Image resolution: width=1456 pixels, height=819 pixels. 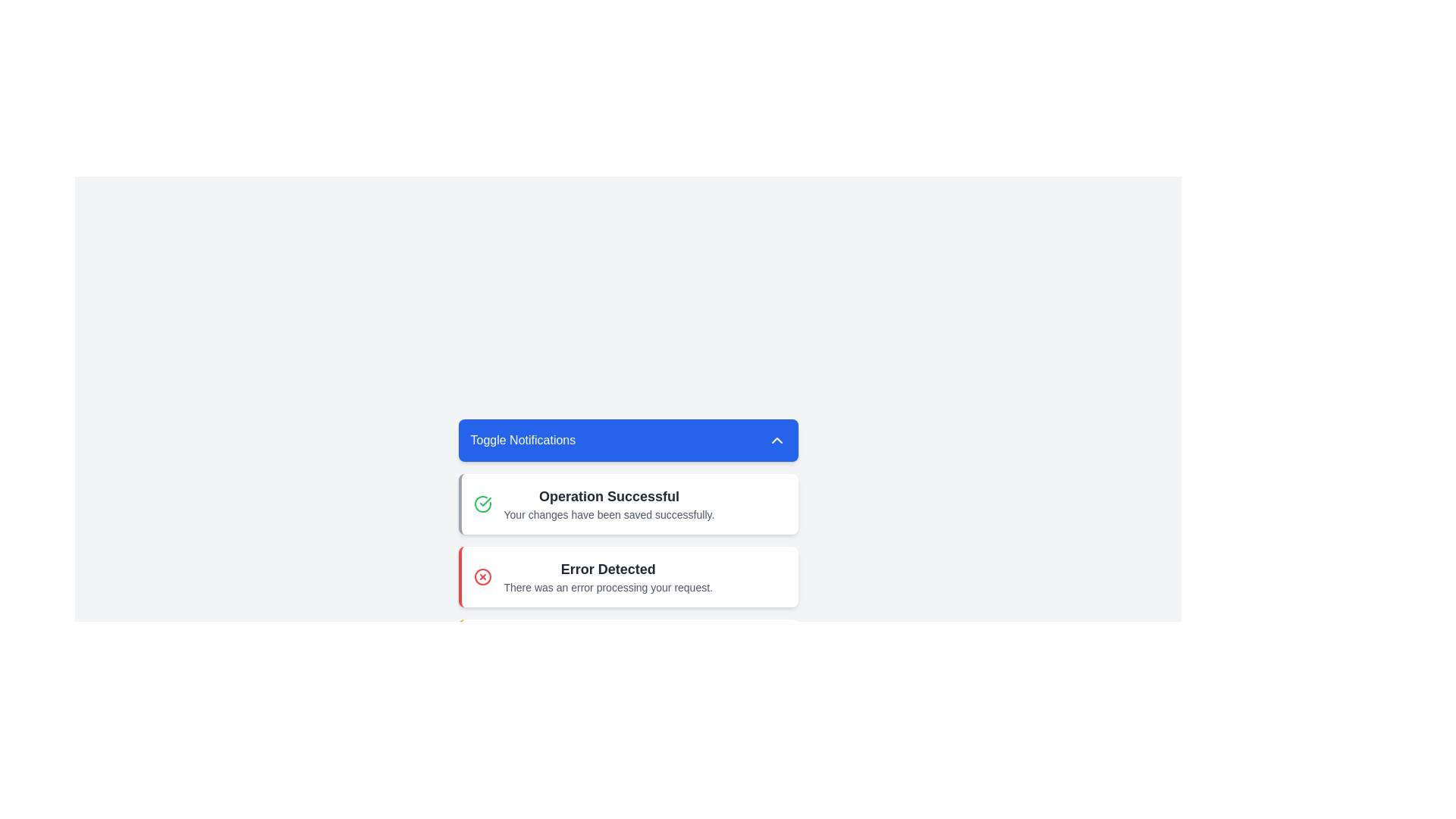 What do you see at coordinates (608, 570) in the screenshot?
I see `the 'Error Detected' text label, which is displayed prominently in large, bold, black font as part of an error notification card below the 'Operation Successful' notification card` at bounding box center [608, 570].